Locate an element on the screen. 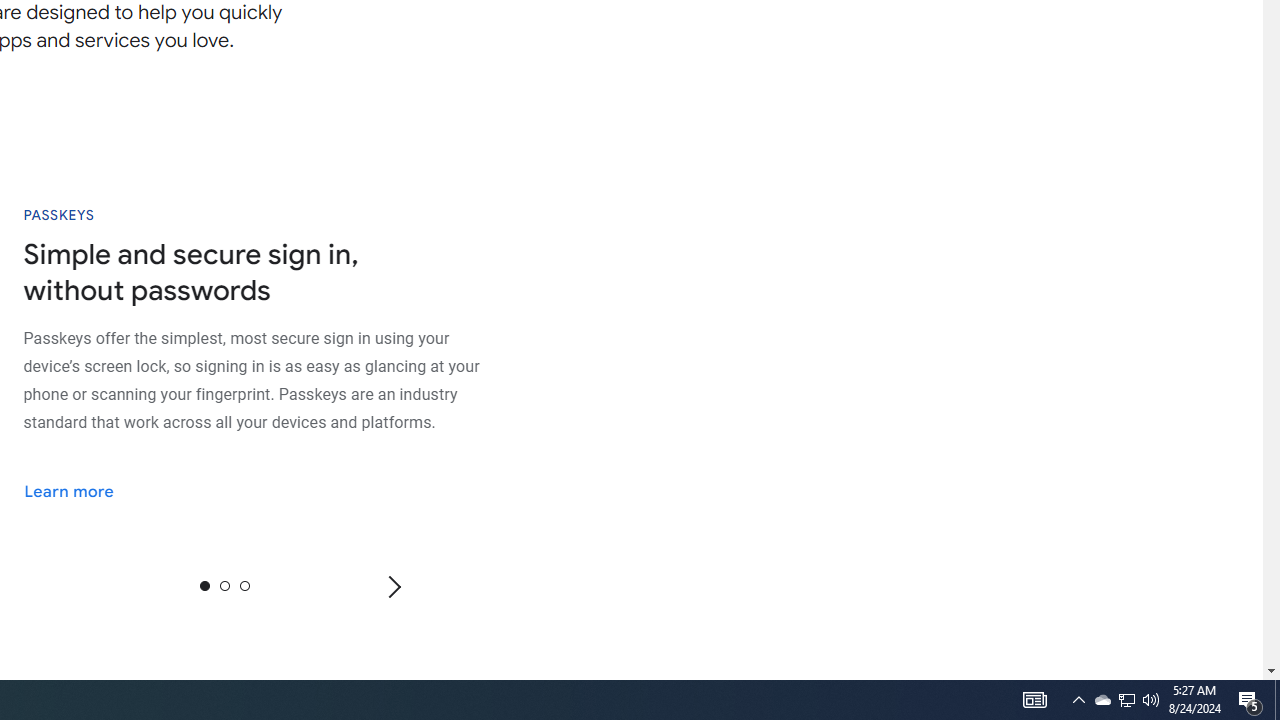  'Next' is located at coordinates (393, 585).